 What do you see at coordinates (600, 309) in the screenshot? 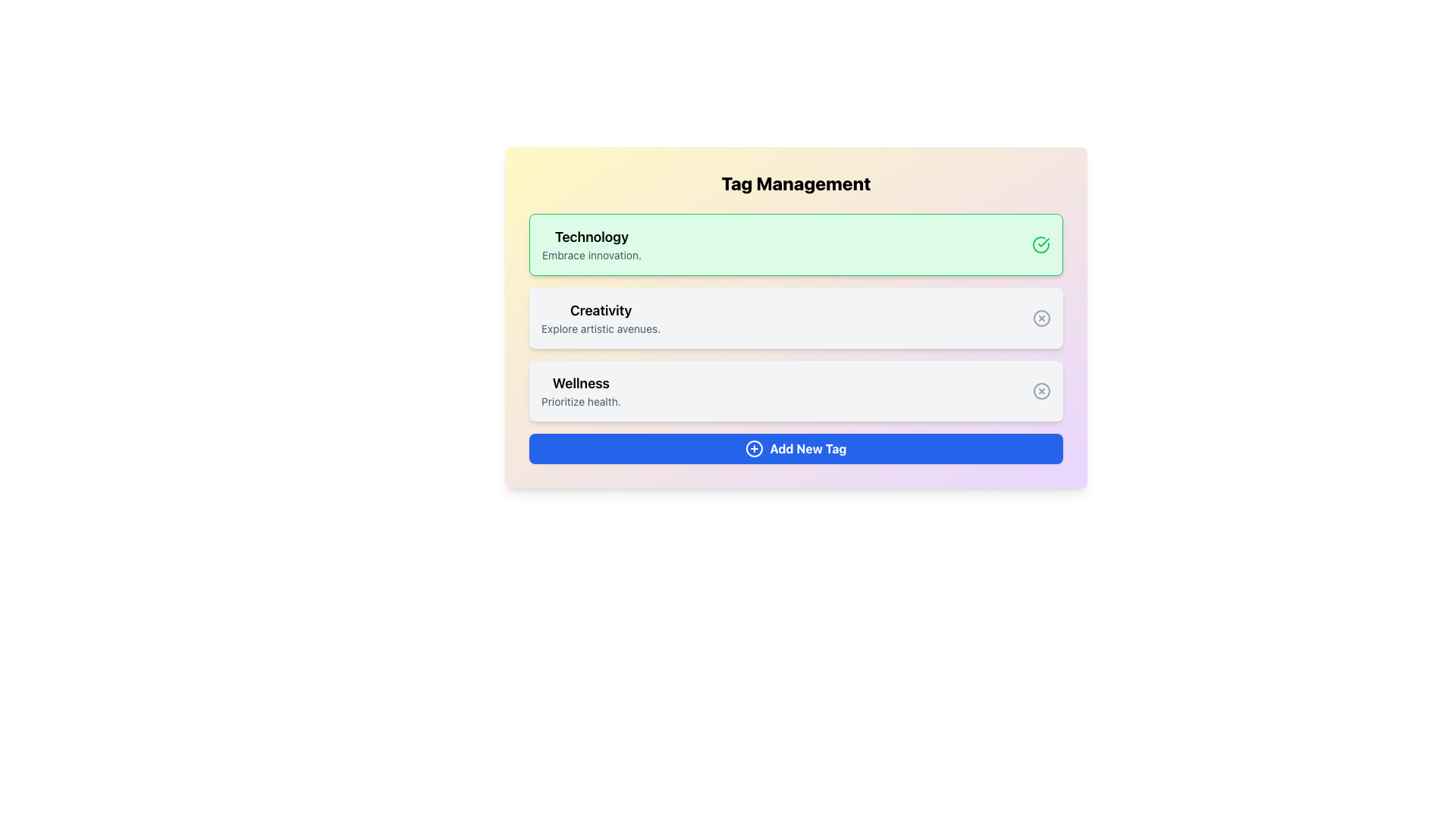
I see `the 'Creativity' text label` at bounding box center [600, 309].